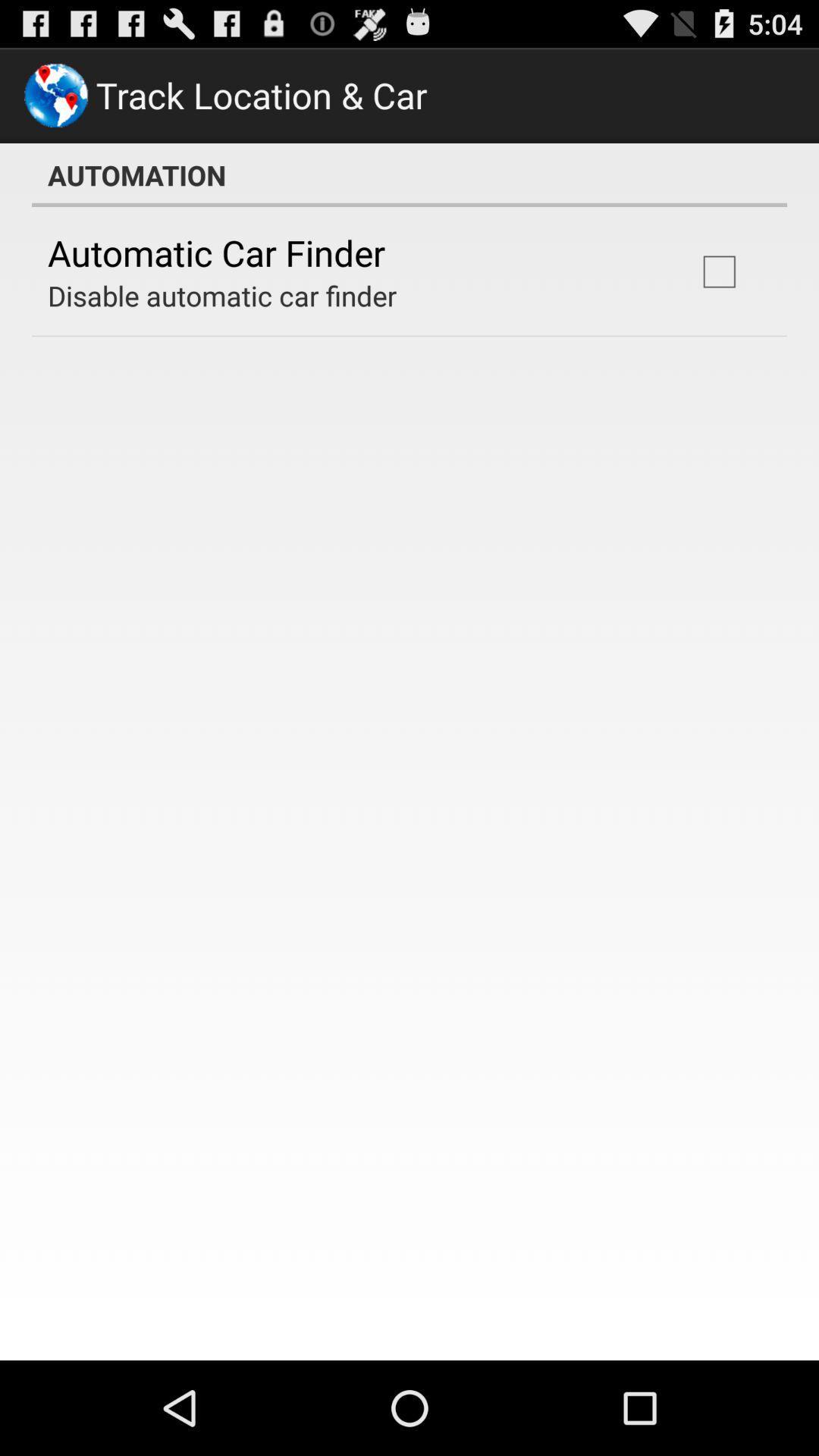 The height and width of the screenshot is (1456, 819). I want to click on item at the top right corner, so click(718, 271).